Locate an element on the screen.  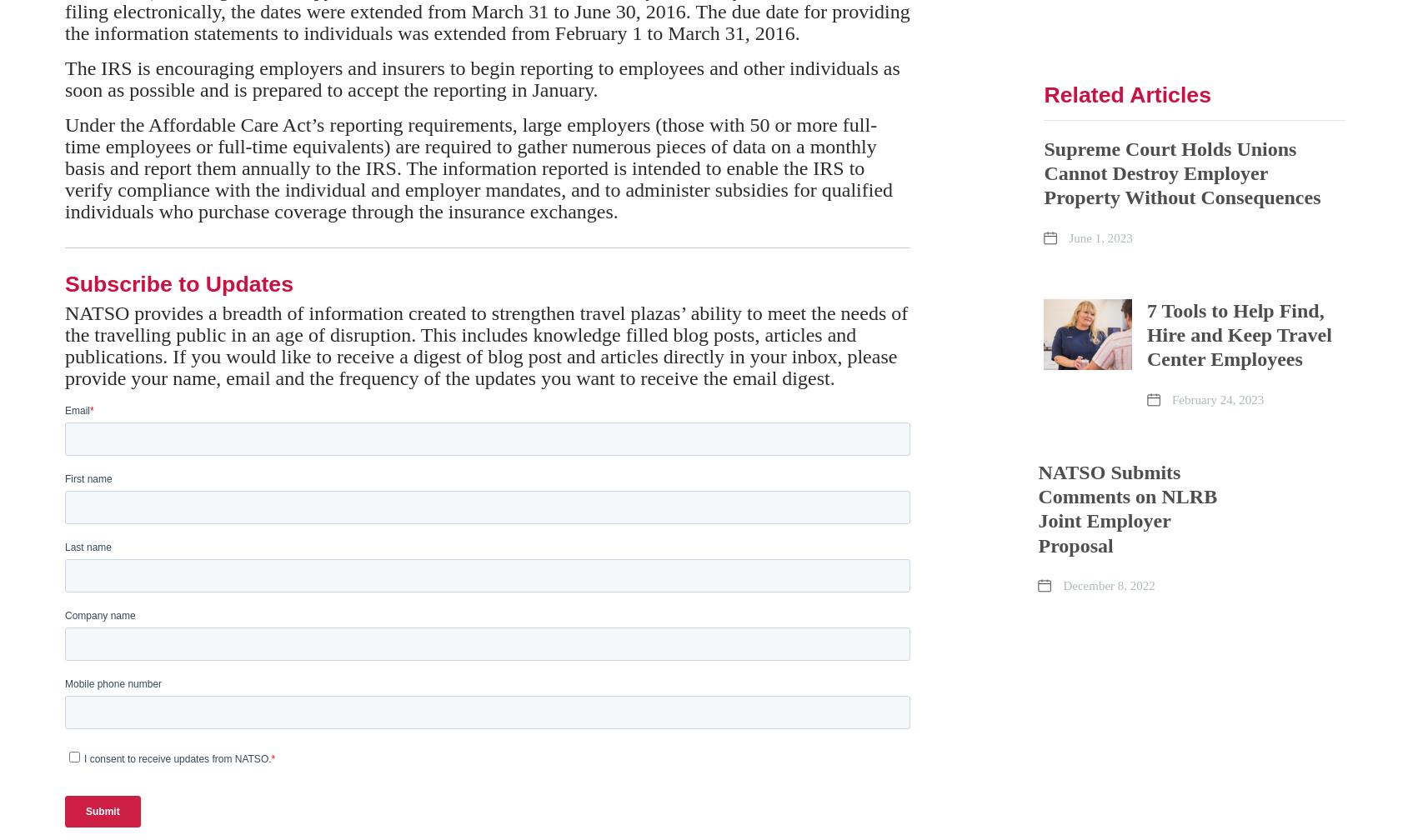
'Under the Affordable Care Act’s reporting requirements, large employers (those with 50 or more full-time employees or full-time equivalents) are required to gather numerous pieces of data on a monthly basis and report them annually to the IRS. The information reported is intended to enable the IRS to verify compliance with the individual and employer mandates, and to administer subsidies for qualified individuals who purchase coverage through the insurance exchanges.' is located at coordinates (65, 167).